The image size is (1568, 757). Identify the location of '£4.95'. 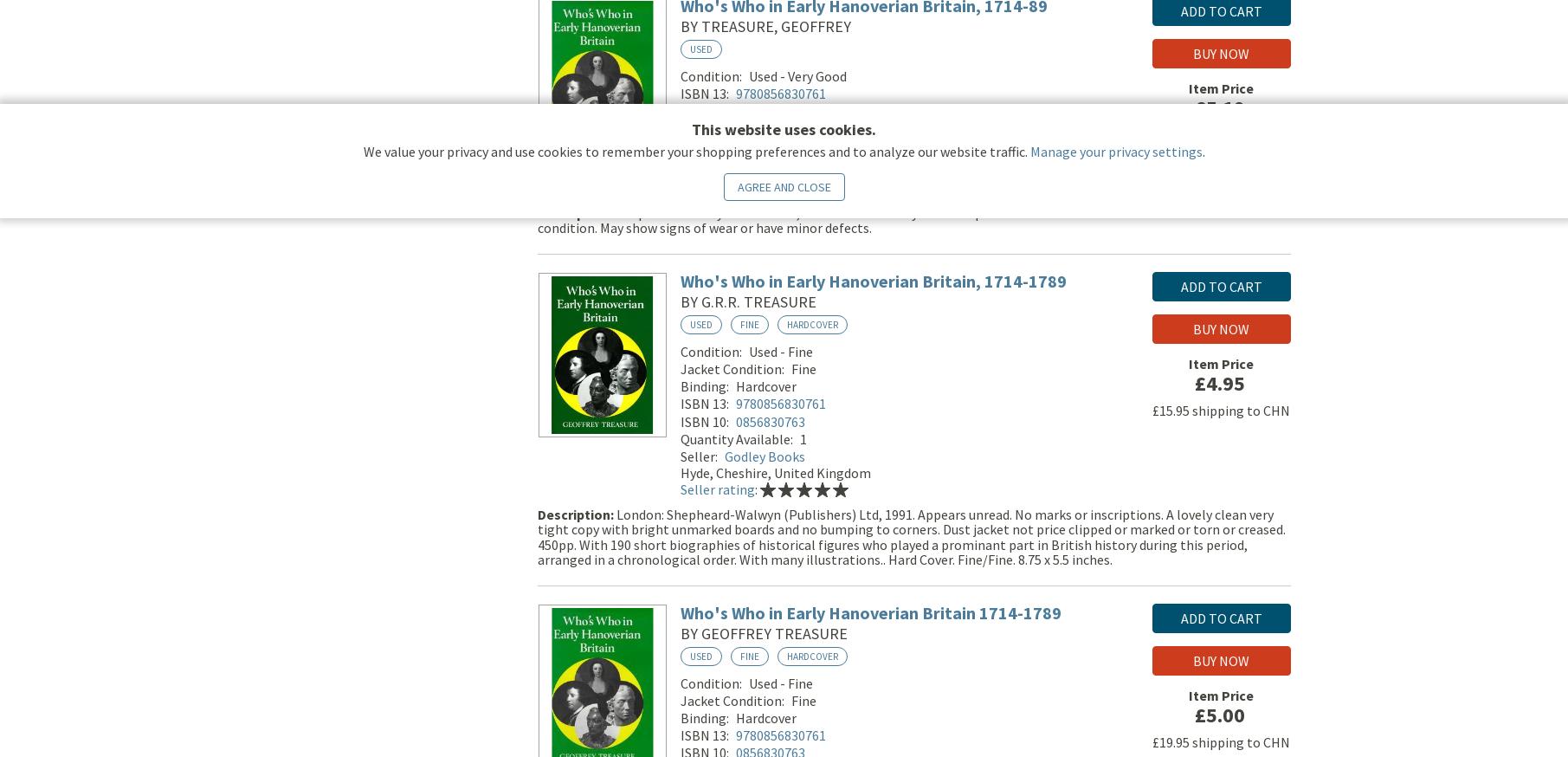
(1218, 385).